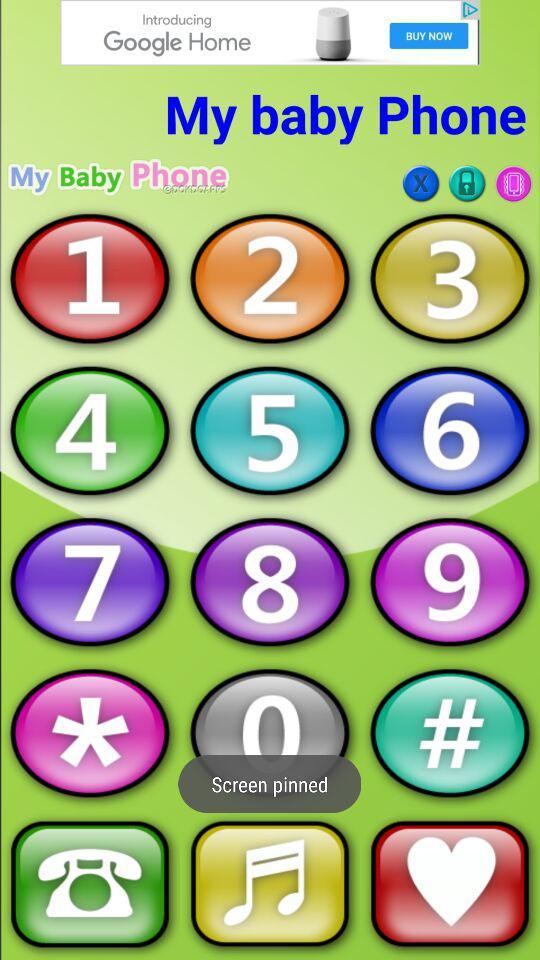 This screenshot has height=960, width=540. What do you see at coordinates (270, 31) in the screenshot?
I see `its an advertisement` at bounding box center [270, 31].